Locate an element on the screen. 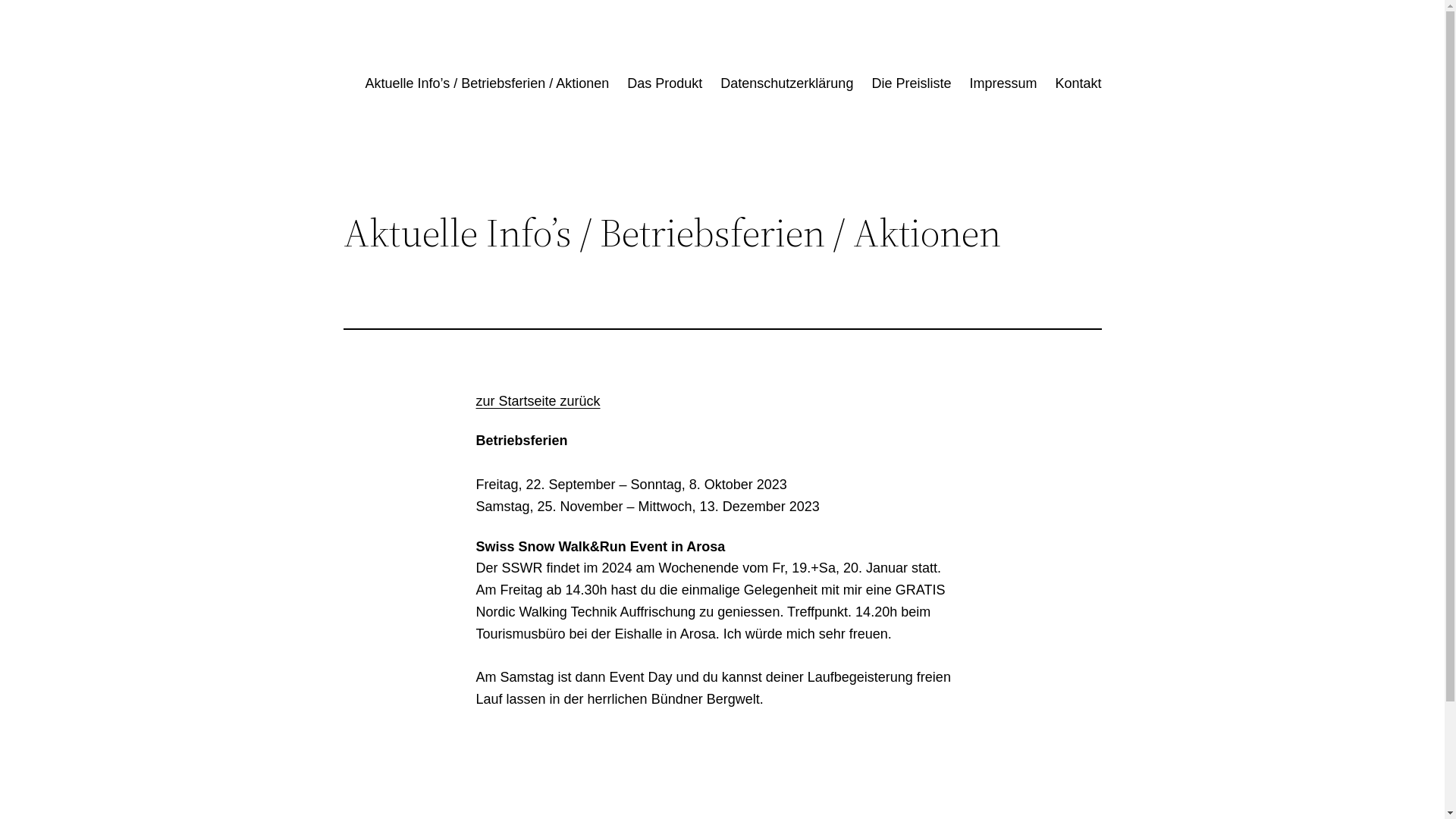  'Die Preisliste' is located at coordinates (910, 83).